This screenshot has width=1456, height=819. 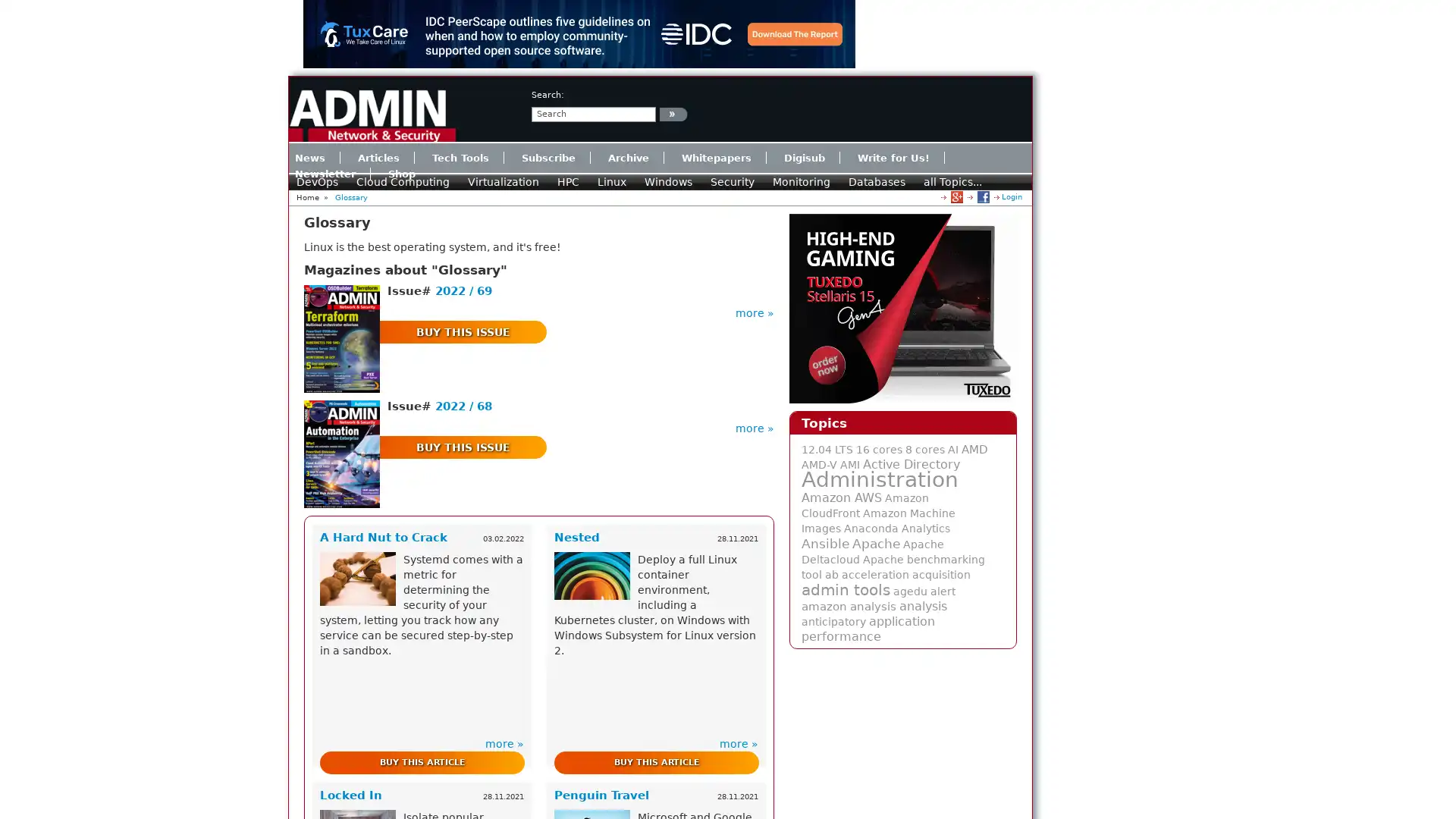 What do you see at coordinates (673, 113) in the screenshot?
I see `search:` at bounding box center [673, 113].